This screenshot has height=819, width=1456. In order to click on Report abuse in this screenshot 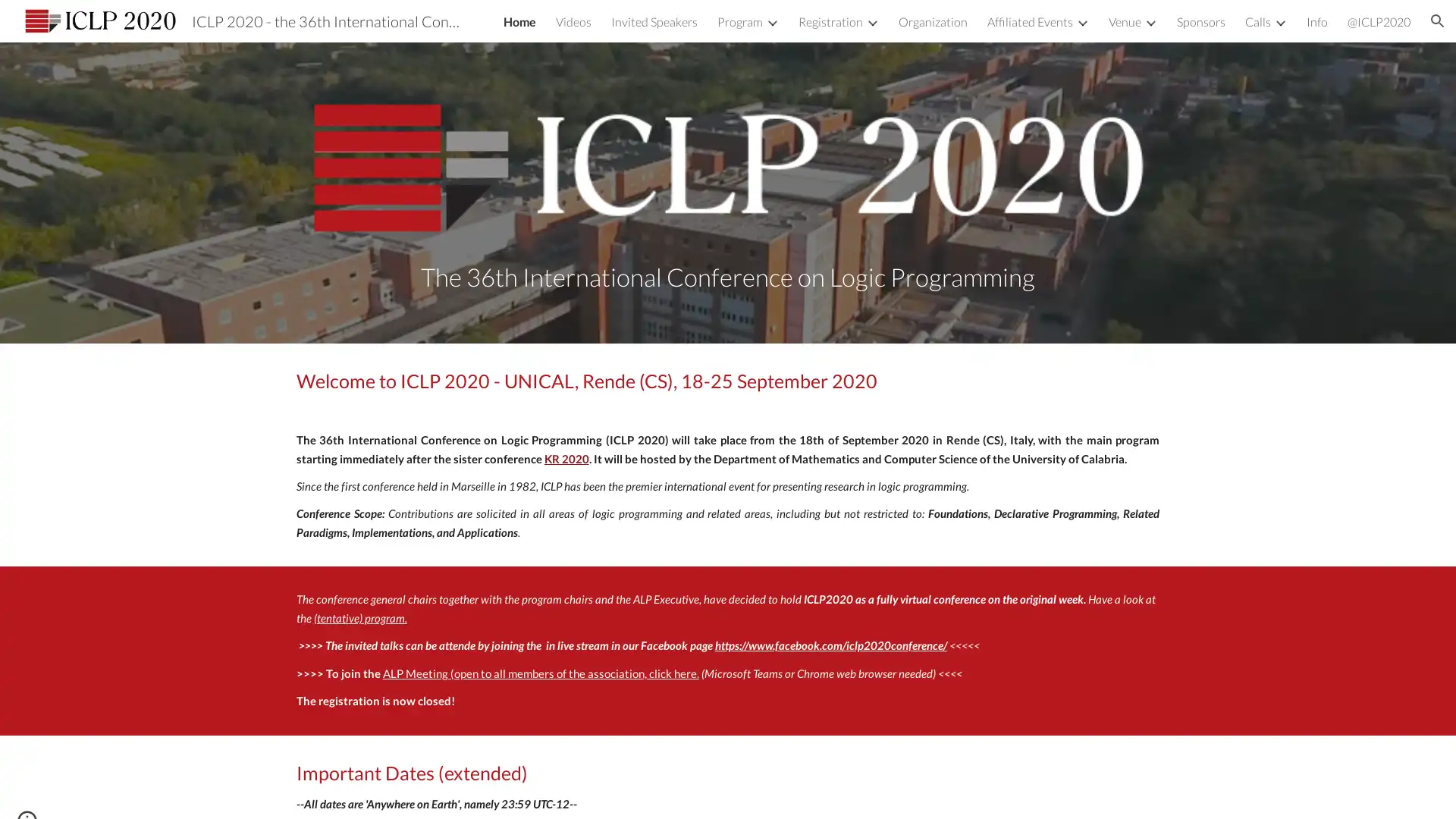, I will do `click(118, 792)`.